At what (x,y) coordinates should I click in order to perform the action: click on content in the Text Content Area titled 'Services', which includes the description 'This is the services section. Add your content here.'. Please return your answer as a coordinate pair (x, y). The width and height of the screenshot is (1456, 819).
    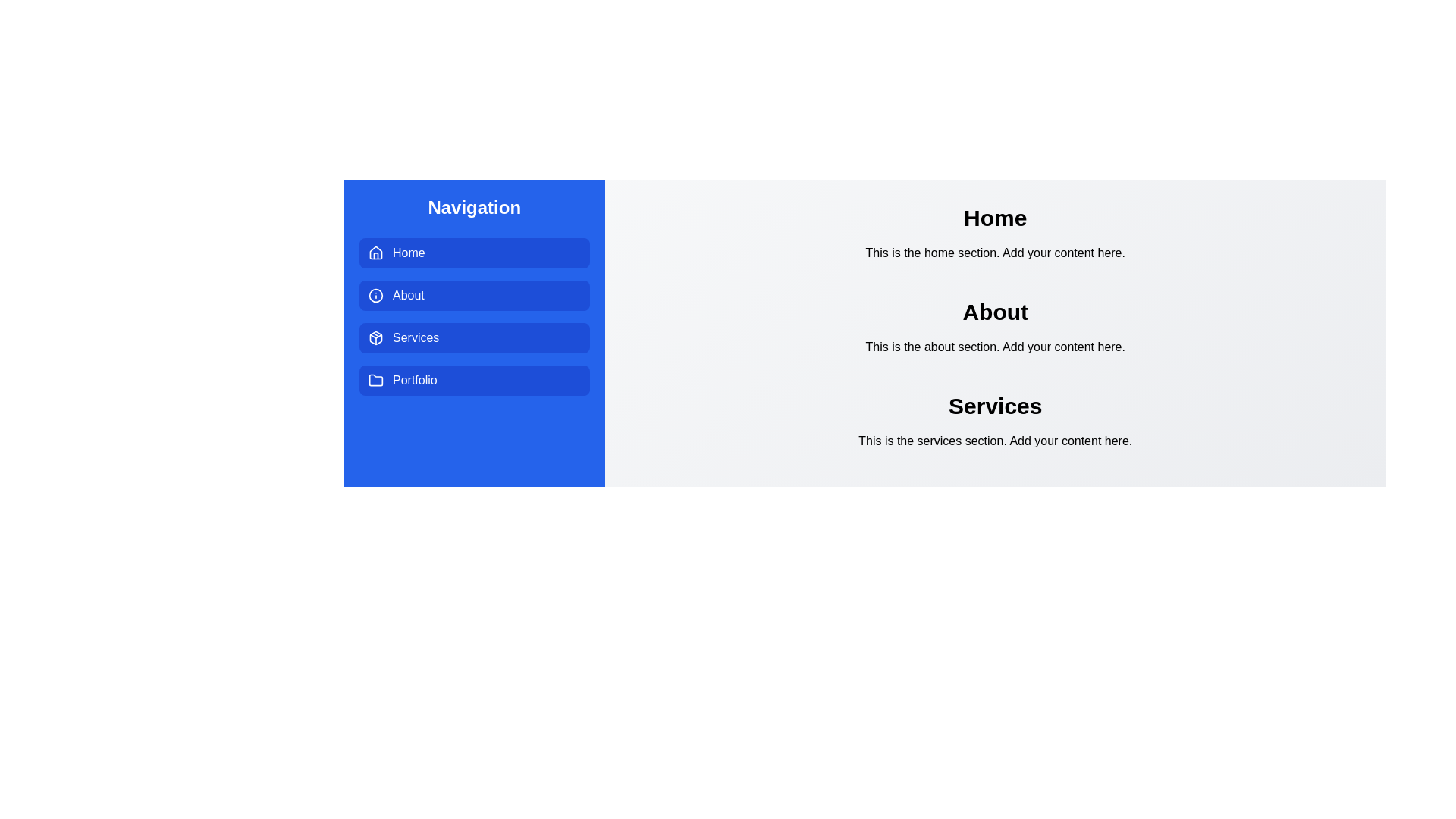
    Looking at the image, I should click on (995, 421).